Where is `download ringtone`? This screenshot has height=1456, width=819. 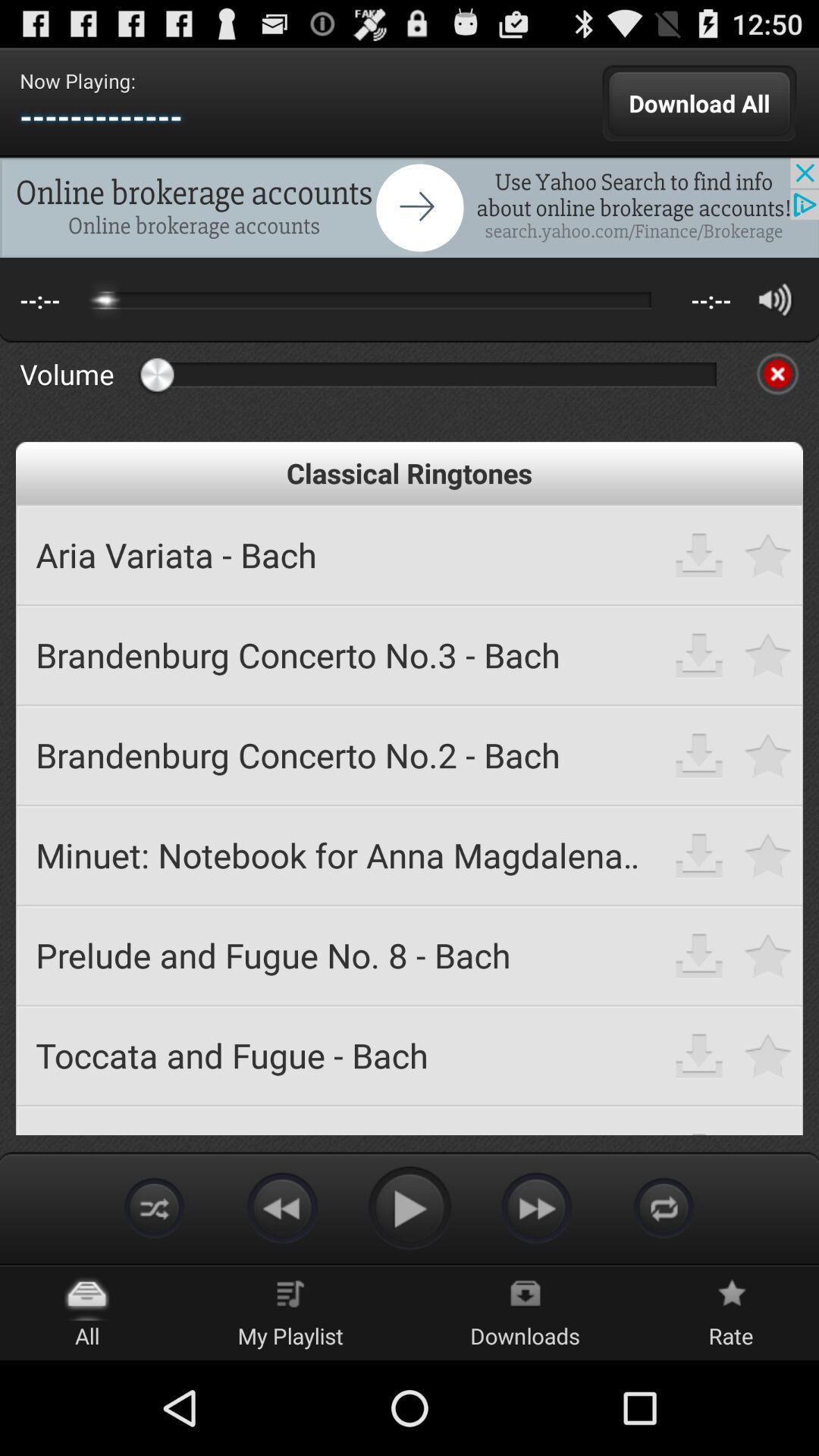 download ringtone is located at coordinates (699, 755).